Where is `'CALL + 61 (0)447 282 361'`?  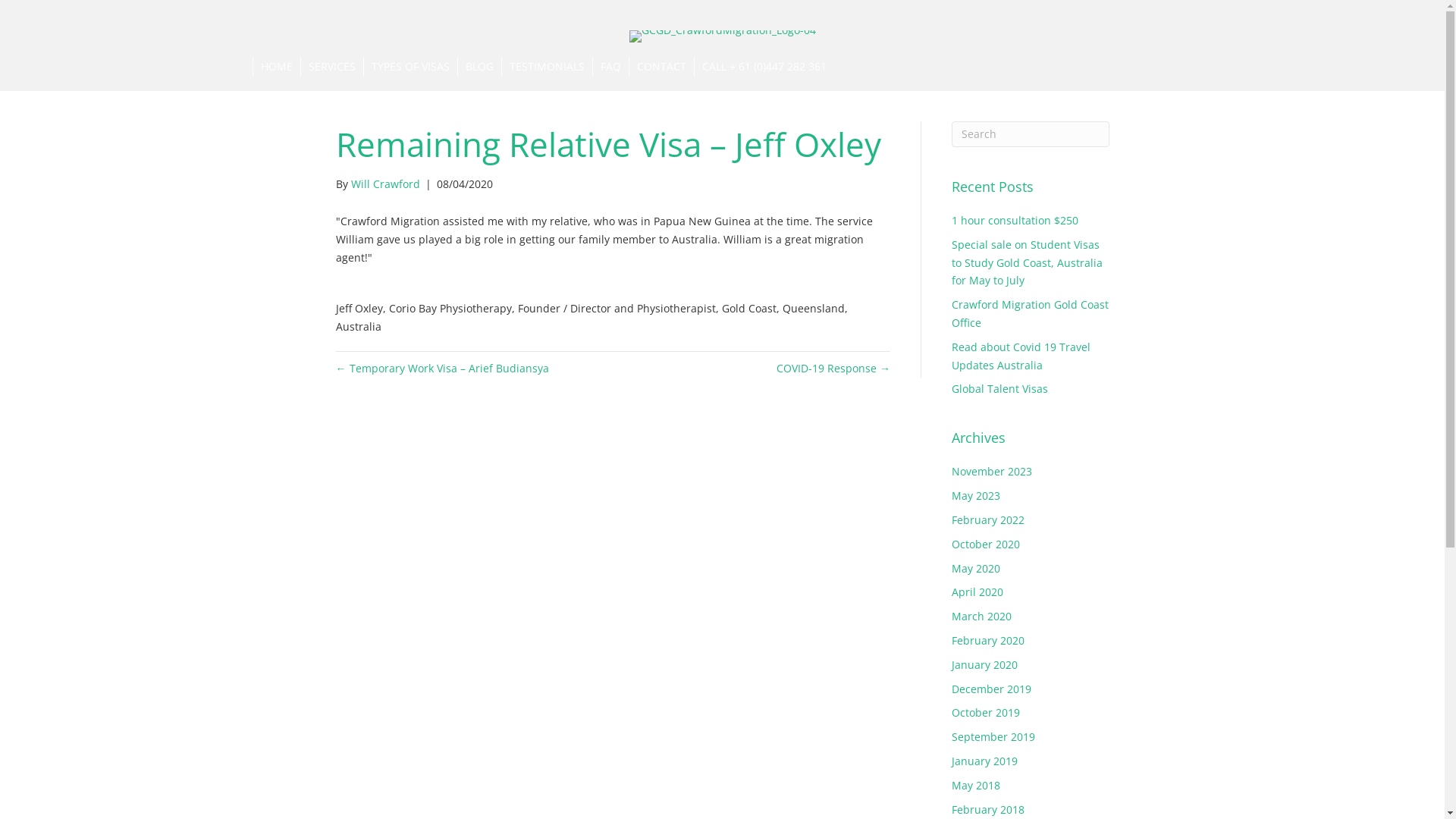
'CALL + 61 (0)447 282 361' is located at coordinates (692, 66).